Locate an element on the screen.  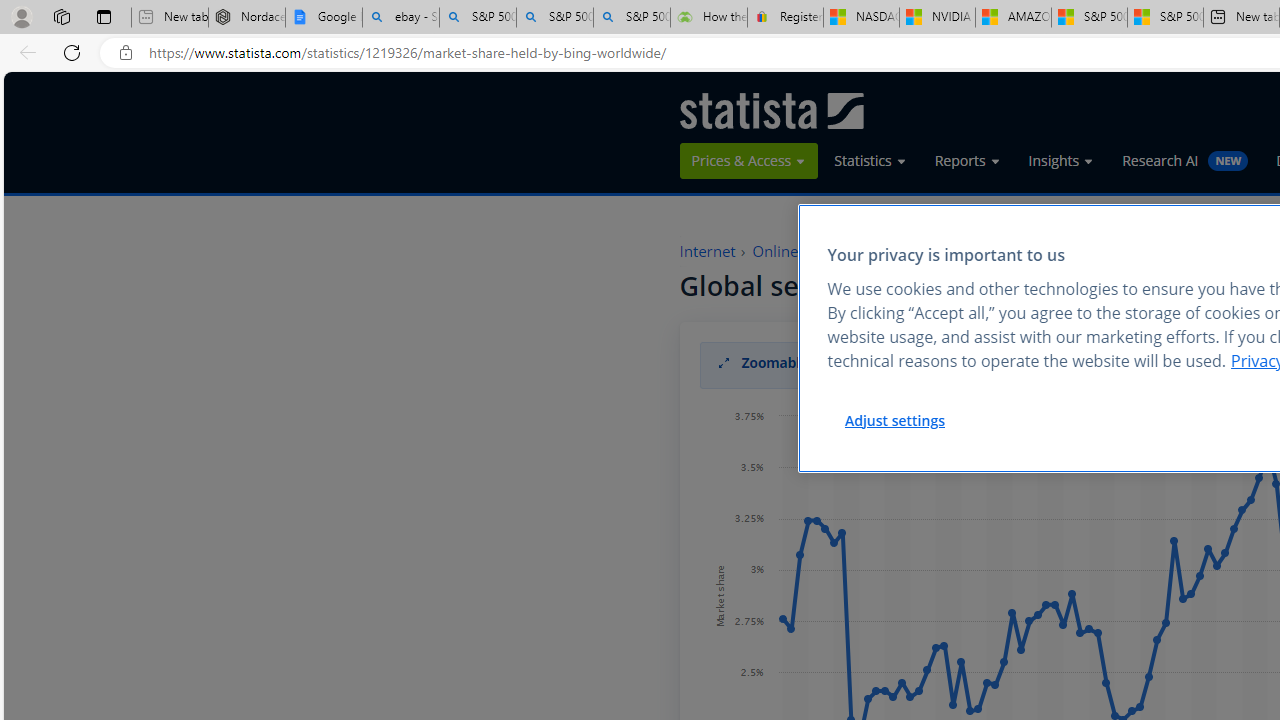
'S&P 500 - Search' is located at coordinates (554, 17).